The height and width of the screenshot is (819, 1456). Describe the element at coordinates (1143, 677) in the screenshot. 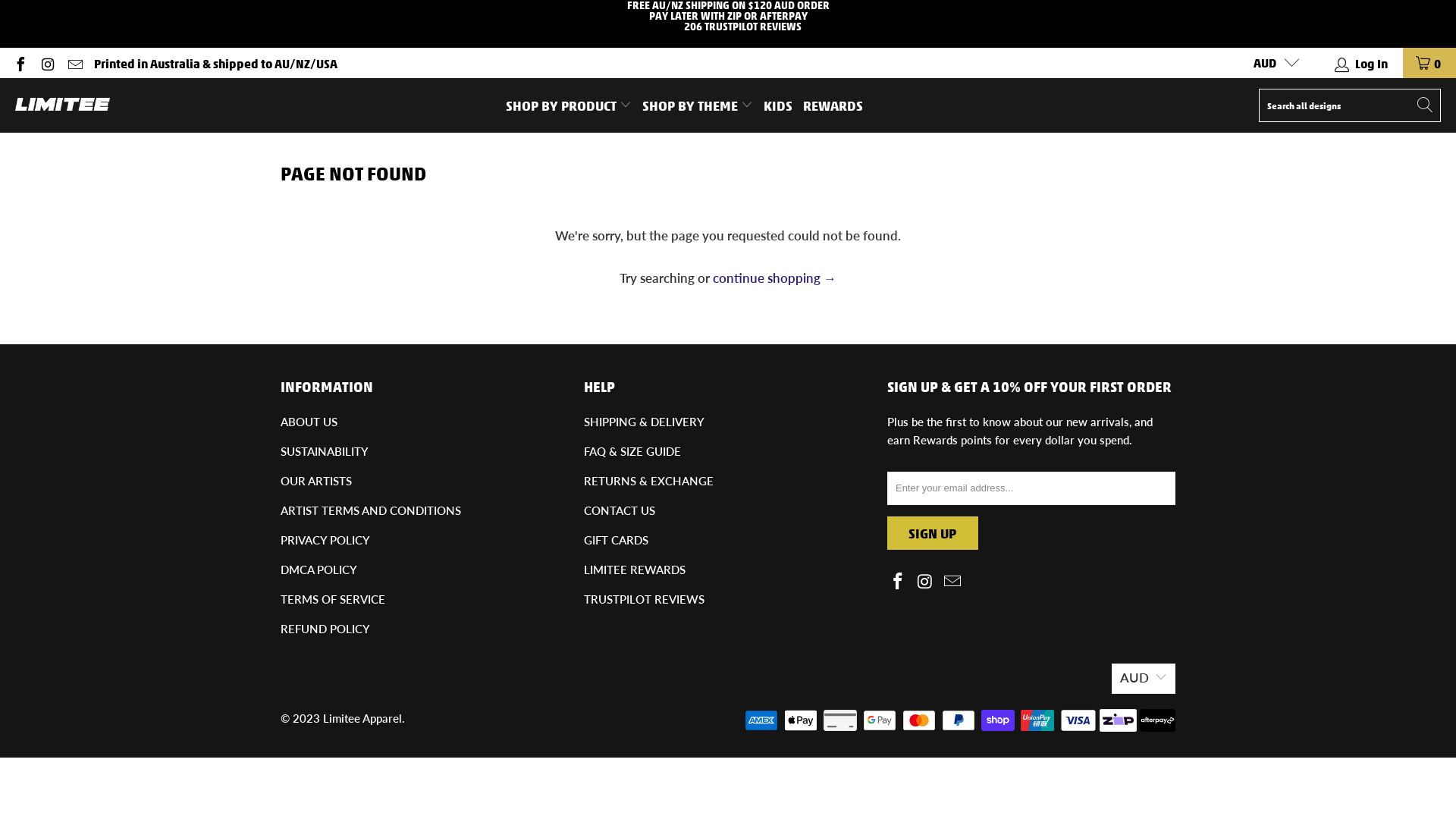

I see `'AUD'` at that location.